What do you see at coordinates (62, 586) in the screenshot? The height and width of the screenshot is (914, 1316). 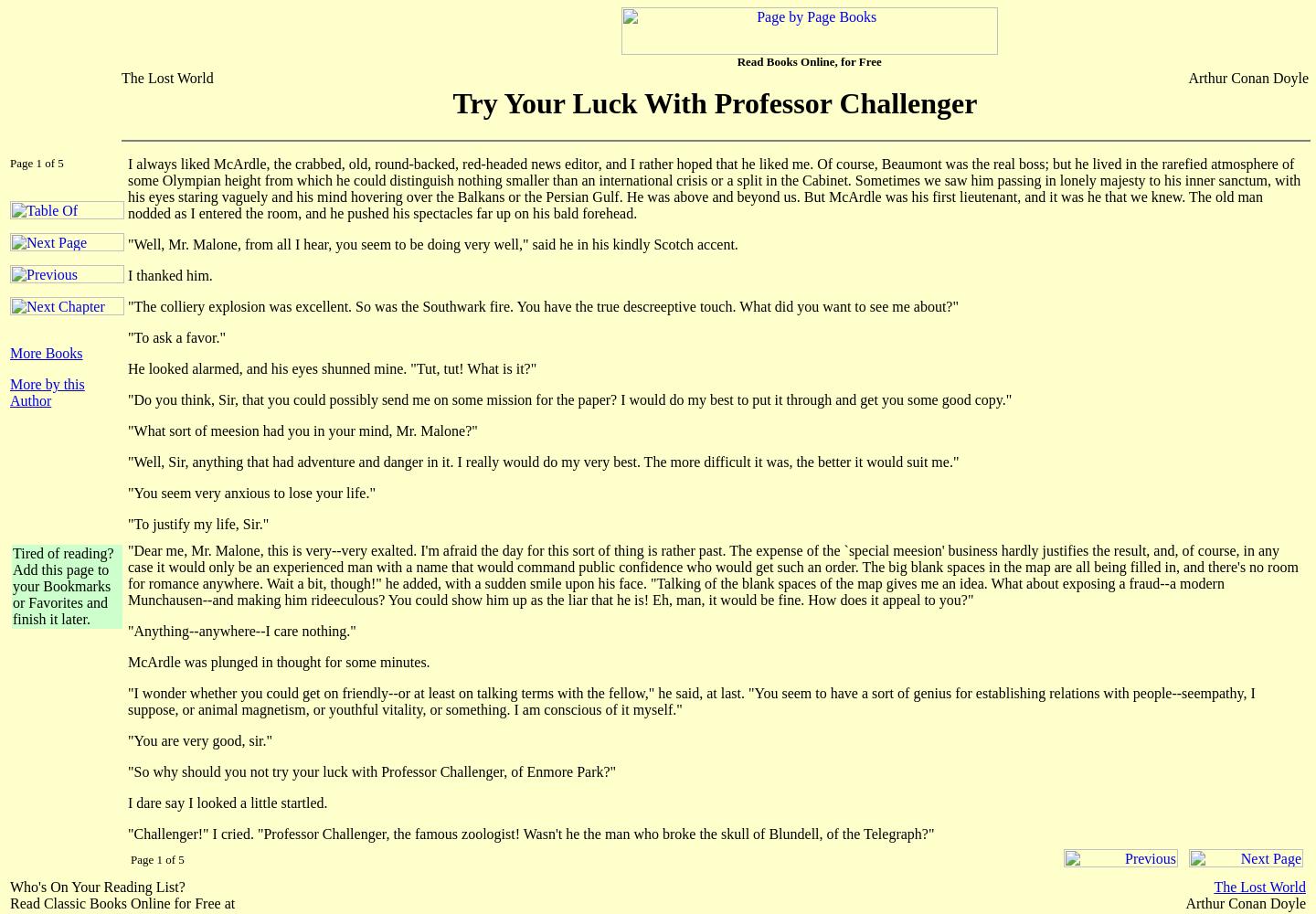 I see `'Tired of reading? Add this page to your Bookmarks or Favorites and finish it later.'` at bounding box center [62, 586].